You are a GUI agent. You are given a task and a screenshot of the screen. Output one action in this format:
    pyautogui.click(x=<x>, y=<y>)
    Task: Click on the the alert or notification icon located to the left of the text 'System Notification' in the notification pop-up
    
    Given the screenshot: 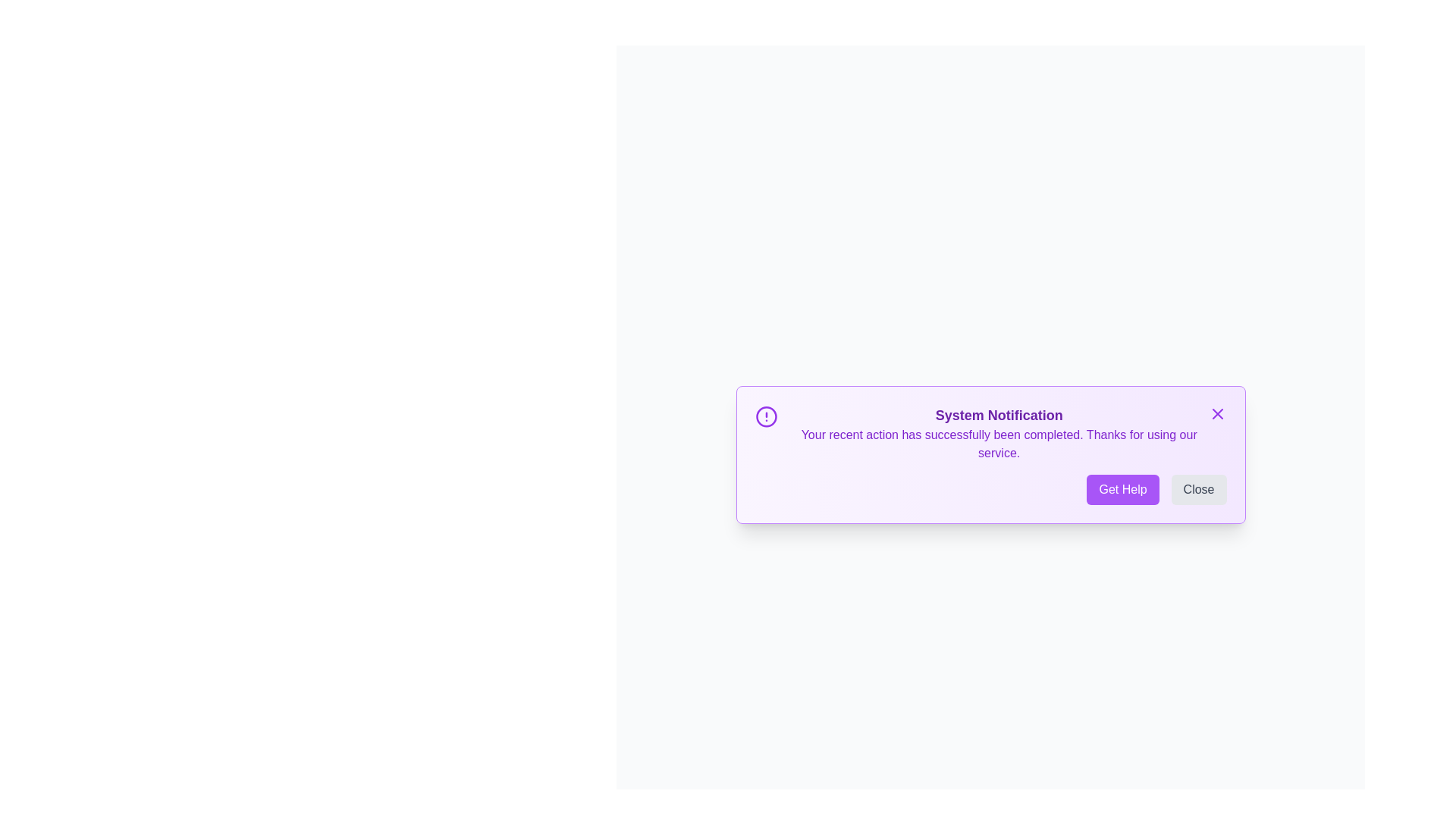 What is the action you would take?
    pyautogui.click(x=766, y=417)
    